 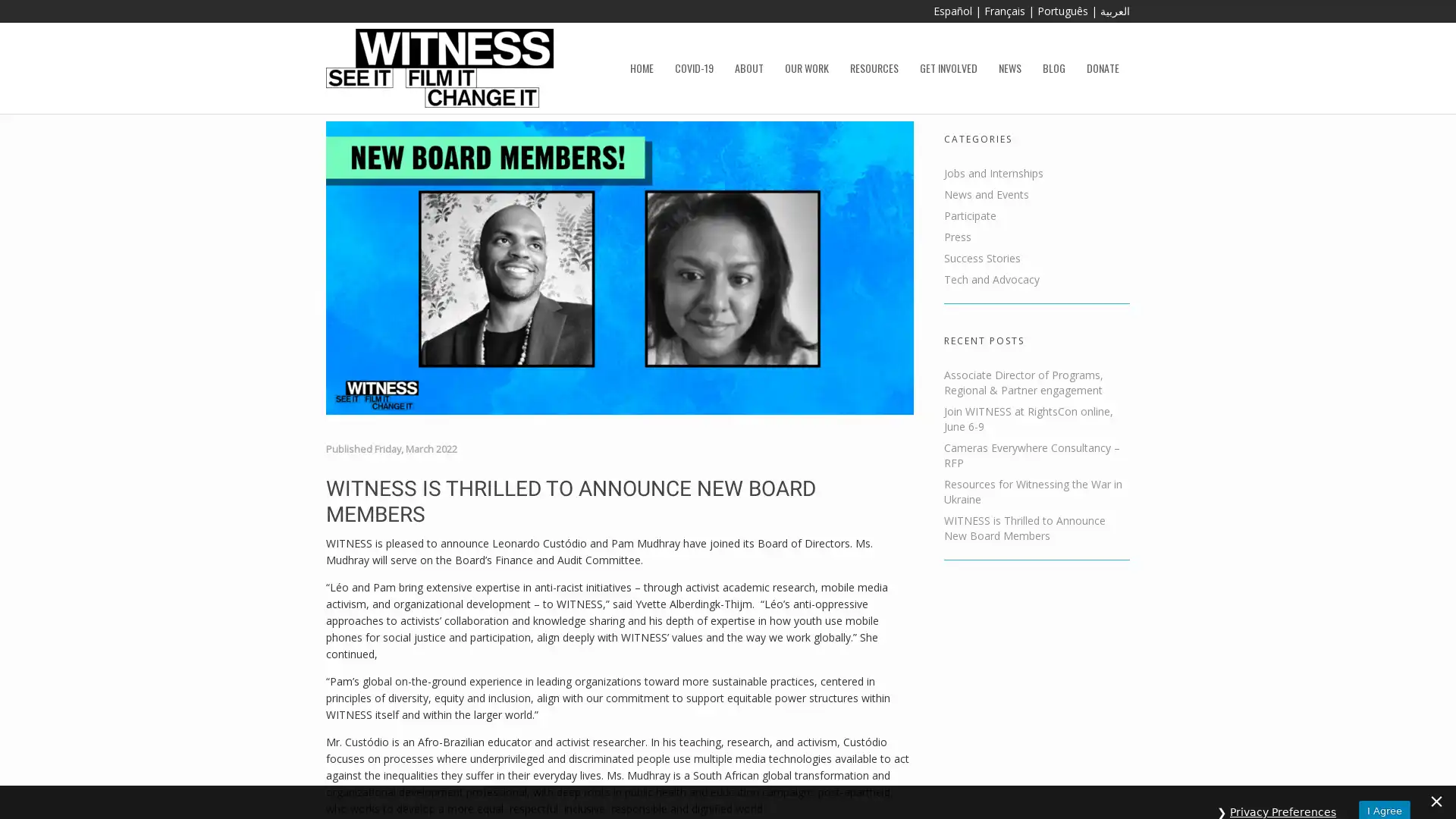 I want to click on I Agree, so click(x=1384, y=790).